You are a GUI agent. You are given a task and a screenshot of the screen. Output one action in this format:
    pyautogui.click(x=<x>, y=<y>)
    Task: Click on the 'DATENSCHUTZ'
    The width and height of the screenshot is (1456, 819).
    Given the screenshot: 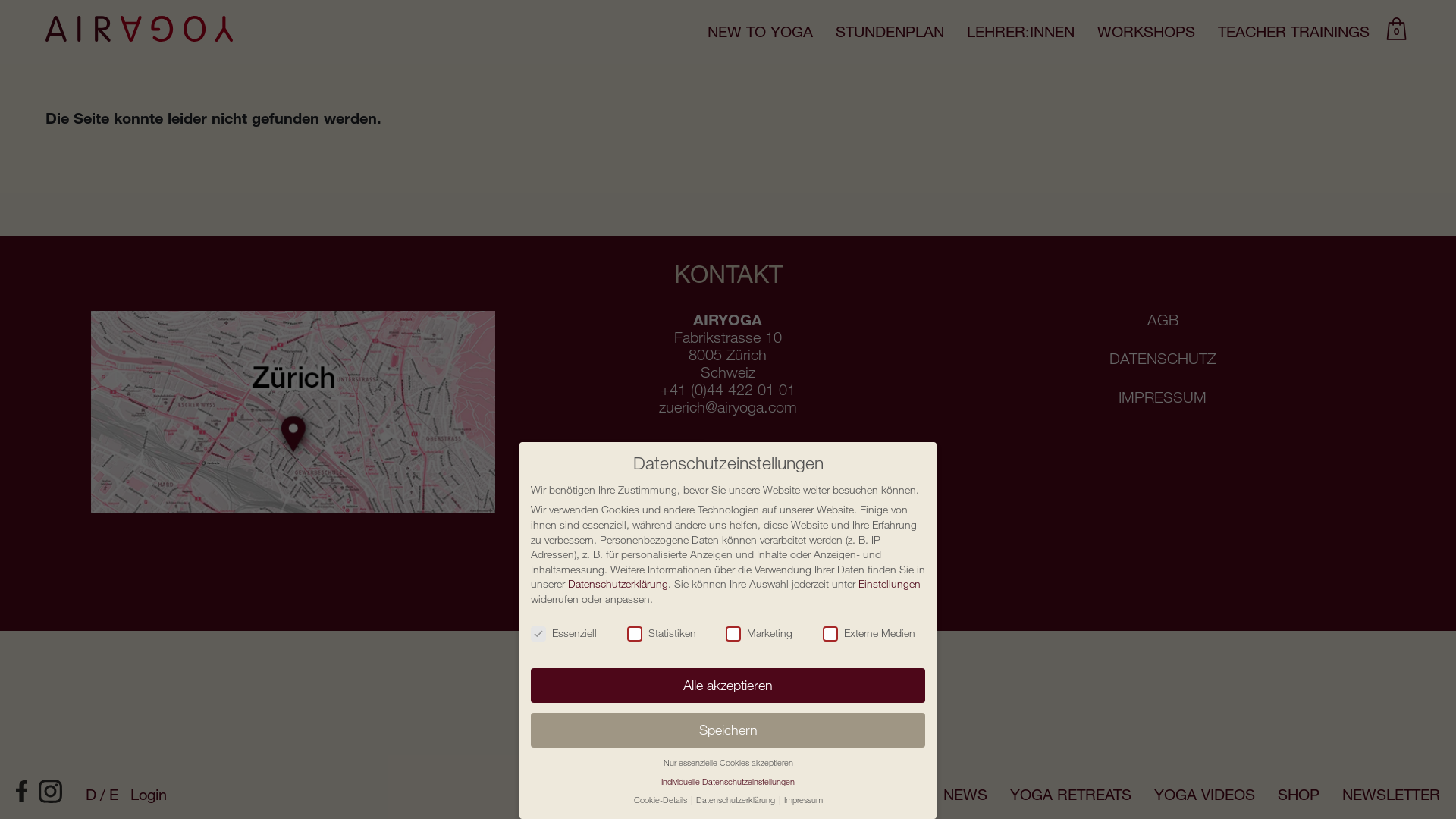 What is the action you would take?
    pyautogui.click(x=1161, y=358)
    